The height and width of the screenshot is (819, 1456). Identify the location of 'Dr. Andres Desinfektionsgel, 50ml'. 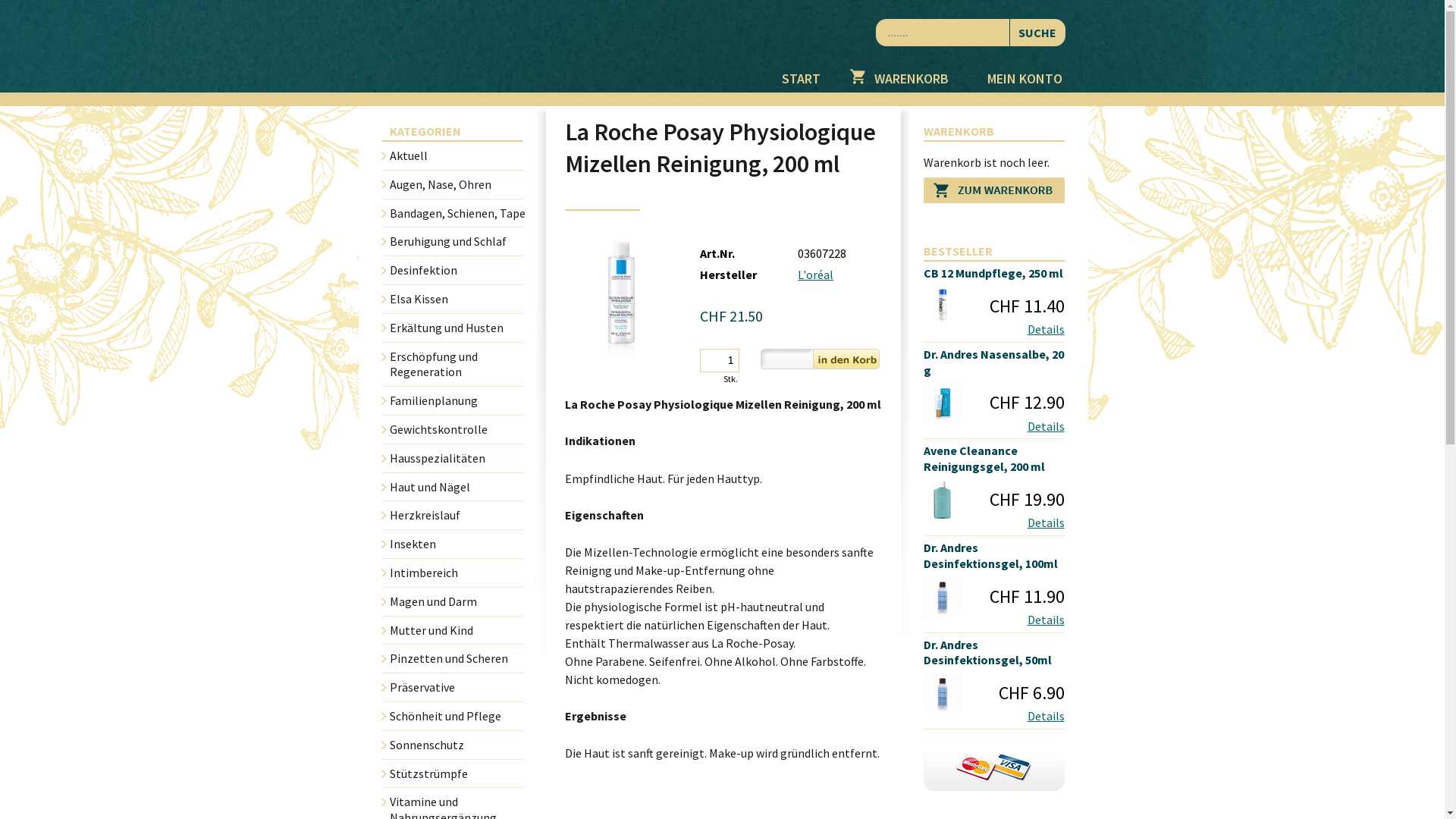
(993, 651).